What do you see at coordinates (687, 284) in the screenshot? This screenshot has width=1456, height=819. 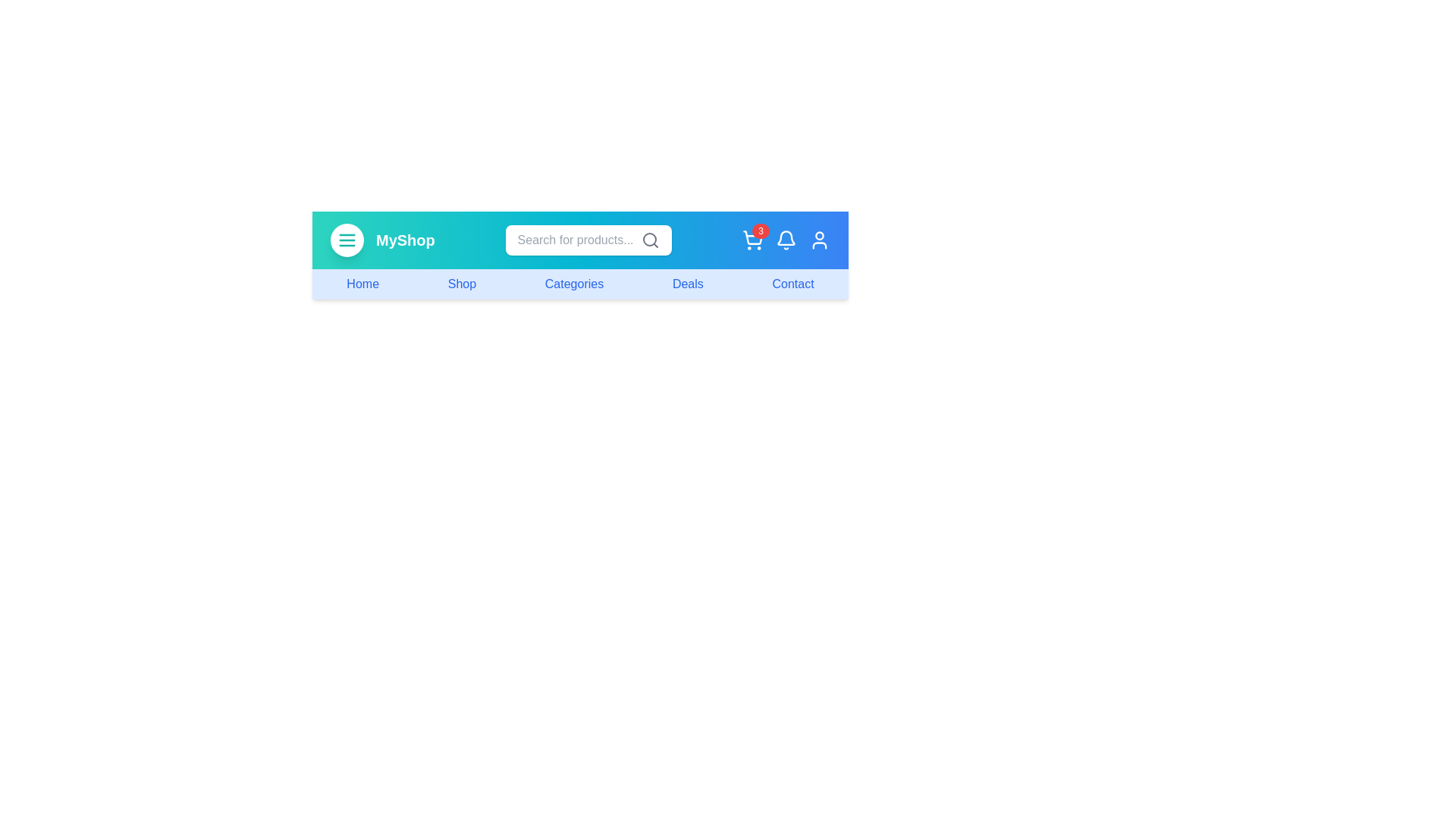 I see `the navigation link labeled Deals to navigate to the corresponding section` at bounding box center [687, 284].